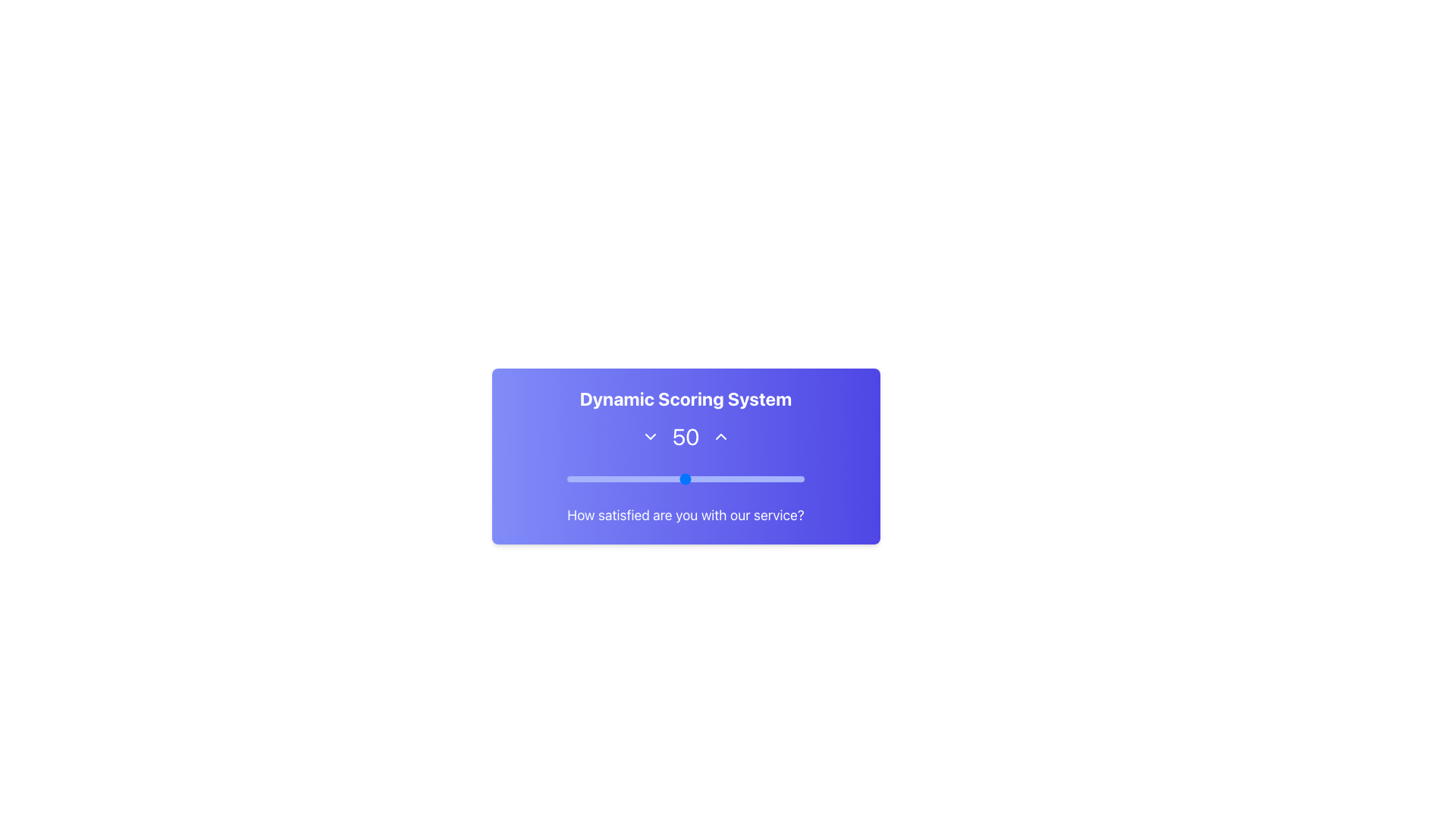 Image resolution: width=1456 pixels, height=819 pixels. Describe the element at coordinates (789, 475) in the screenshot. I see `the slider` at that location.